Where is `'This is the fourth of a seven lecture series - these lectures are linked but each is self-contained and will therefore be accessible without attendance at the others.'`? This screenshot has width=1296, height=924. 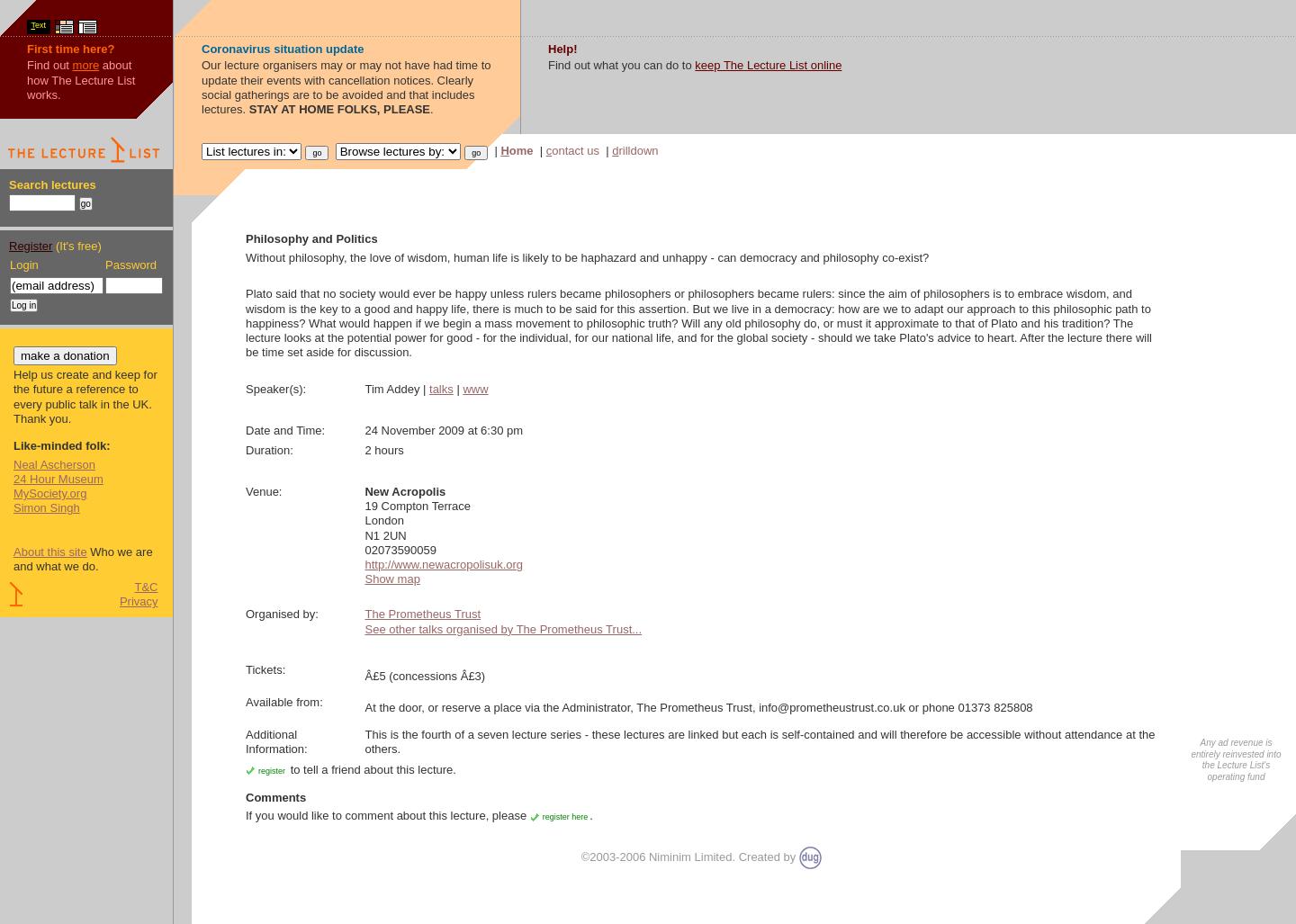
'This is the fourth of a seven lecture series - these lectures are linked but each is self-contained and will therefore be accessible without attendance at the others.' is located at coordinates (758, 740).